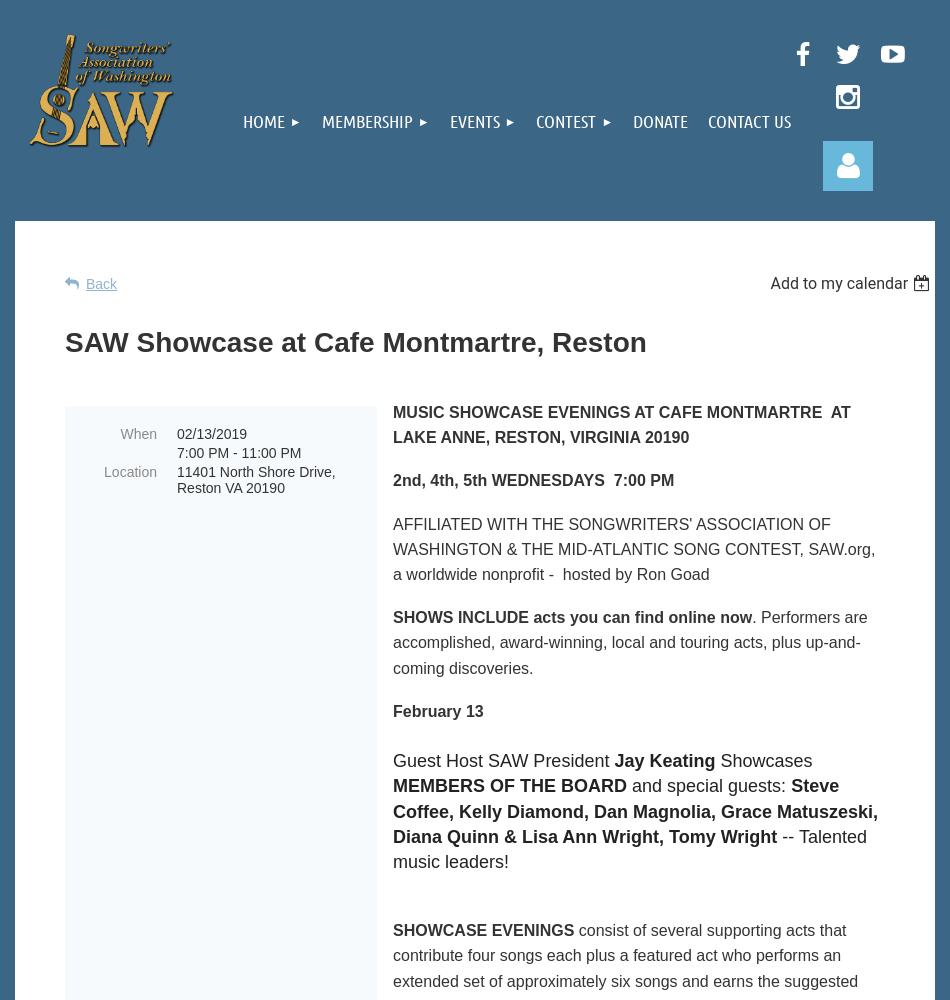  Describe the element at coordinates (437, 709) in the screenshot. I see `'February 13'` at that location.